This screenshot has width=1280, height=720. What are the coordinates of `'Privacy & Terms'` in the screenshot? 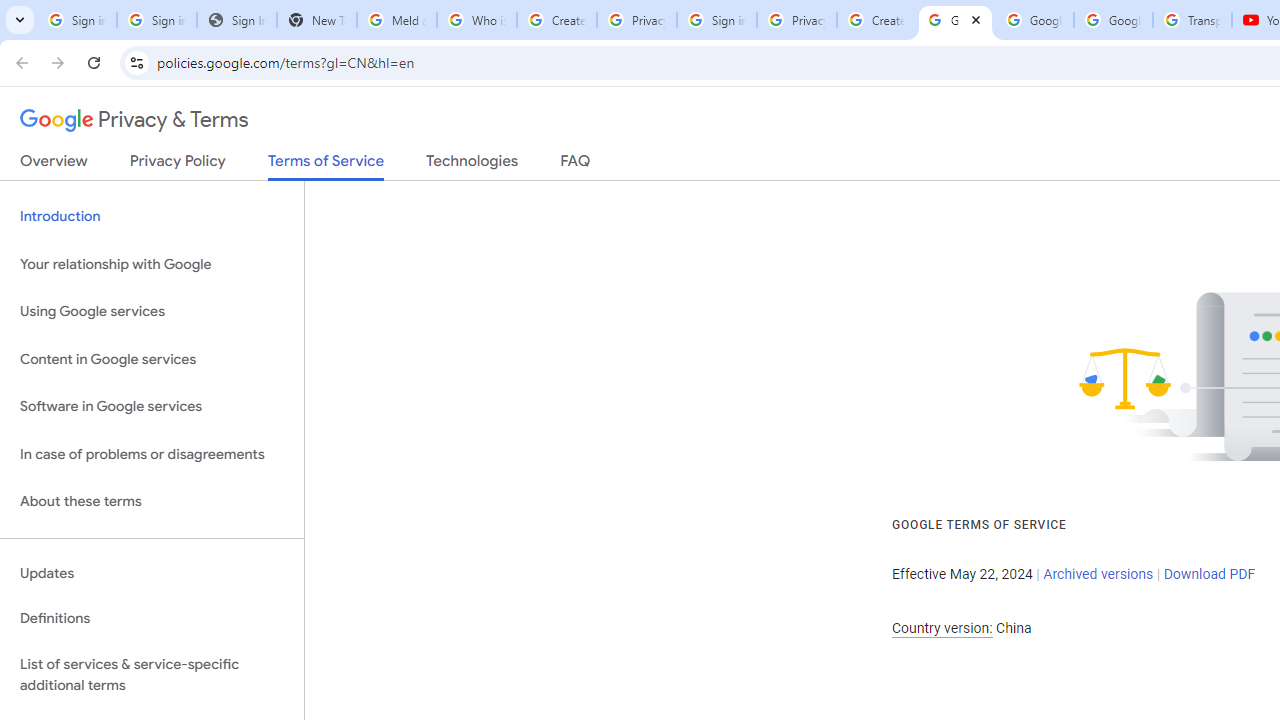 It's located at (134, 120).